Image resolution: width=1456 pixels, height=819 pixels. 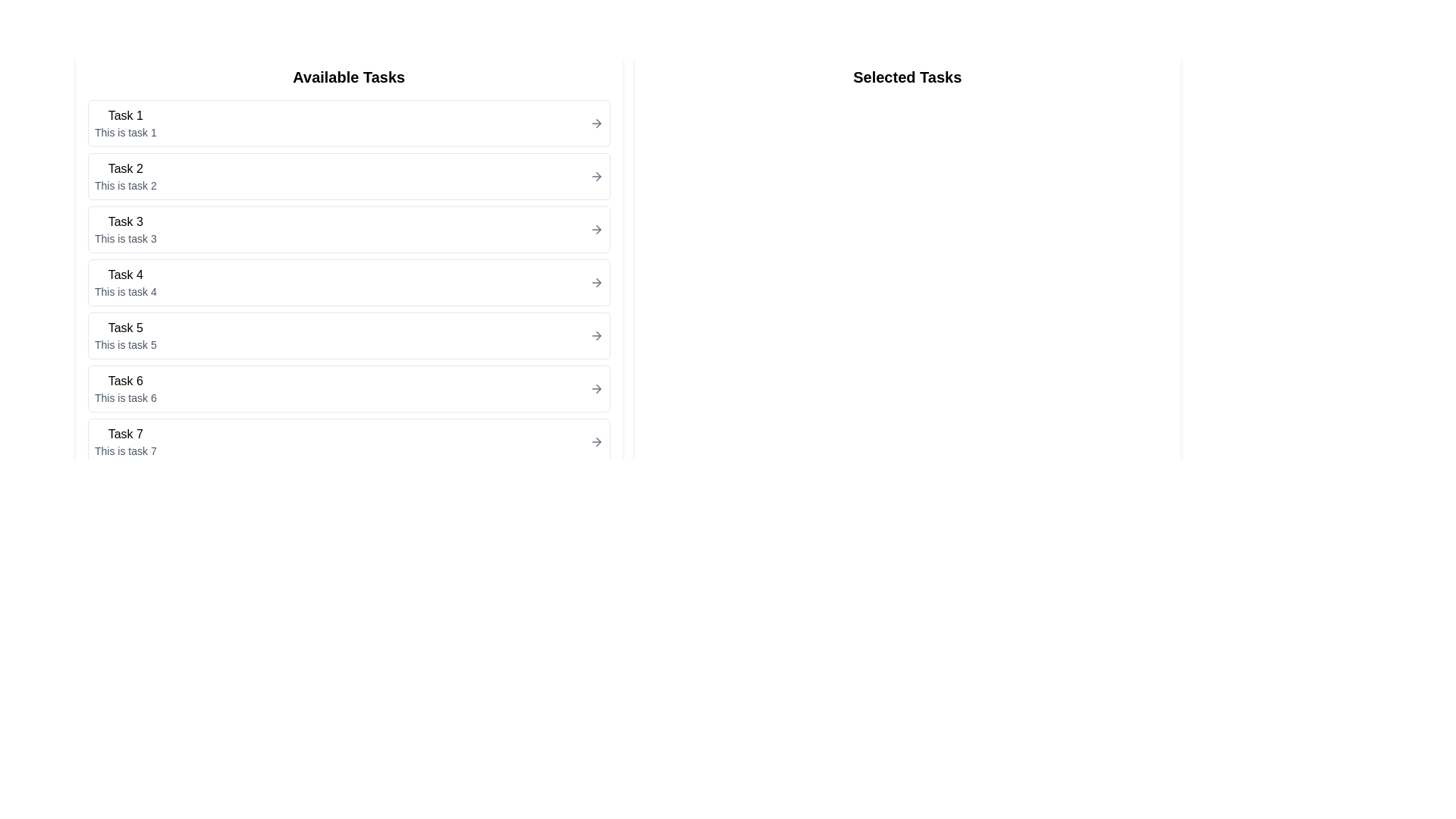 I want to click on the text label displaying 'Task 1' located in the top-left section of the vertical list under 'Available Tasks', so click(x=125, y=115).